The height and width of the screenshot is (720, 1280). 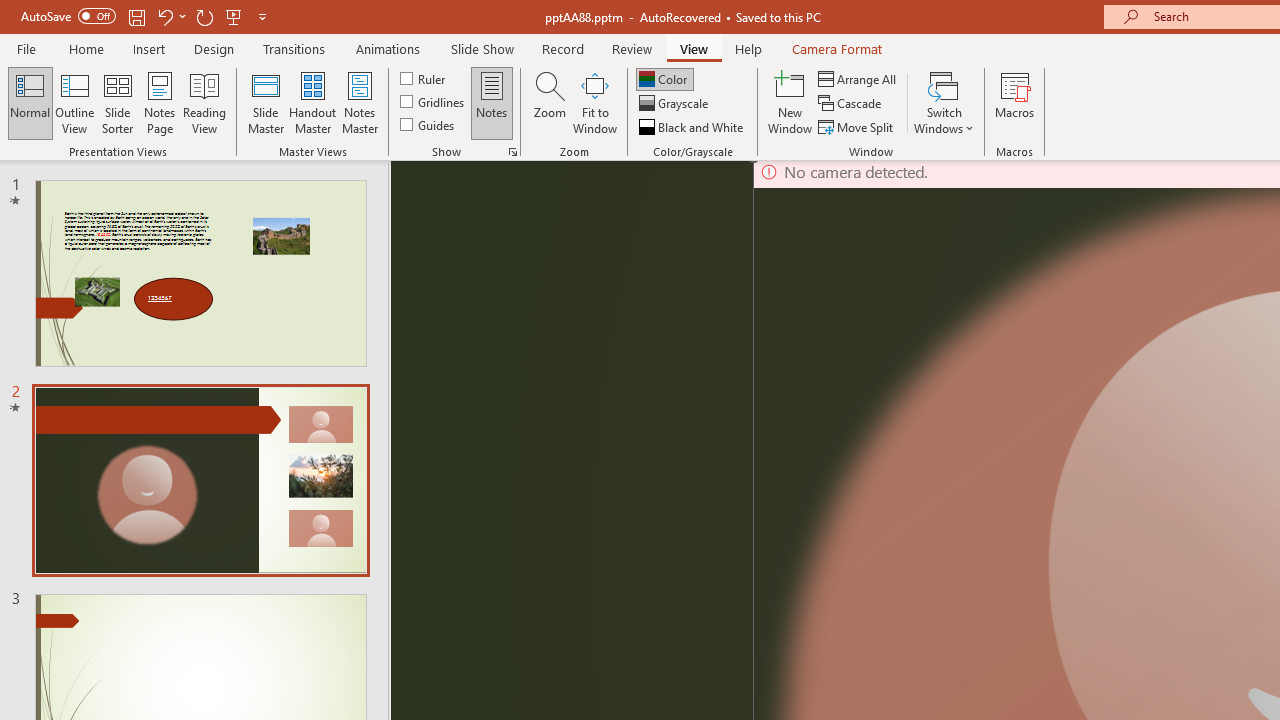 What do you see at coordinates (664, 78) in the screenshot?
I see `'Color'` at bounding box center [664, 78].